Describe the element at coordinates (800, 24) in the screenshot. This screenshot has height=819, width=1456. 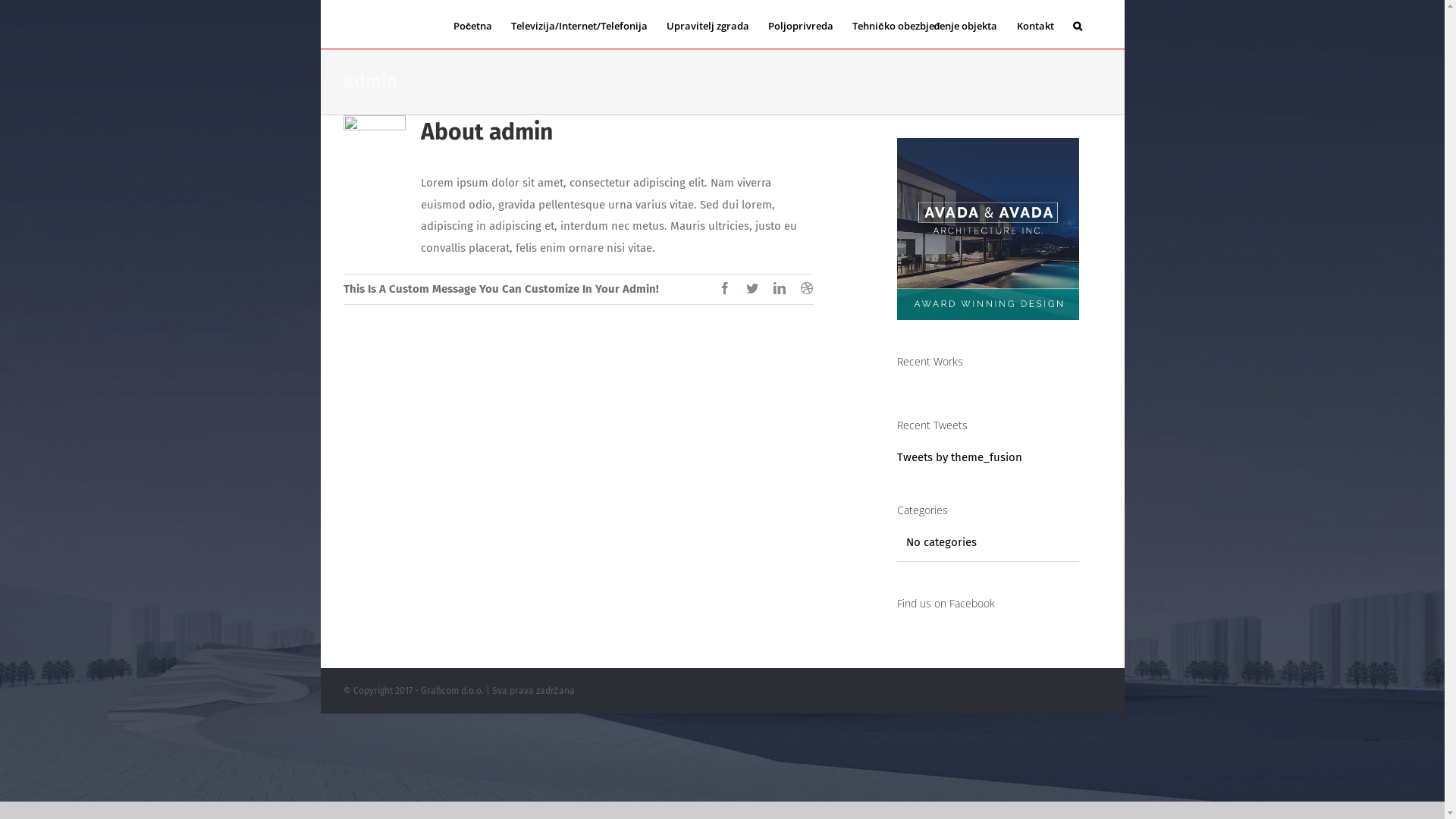
I see `'Poljoprivreda'` at that location.